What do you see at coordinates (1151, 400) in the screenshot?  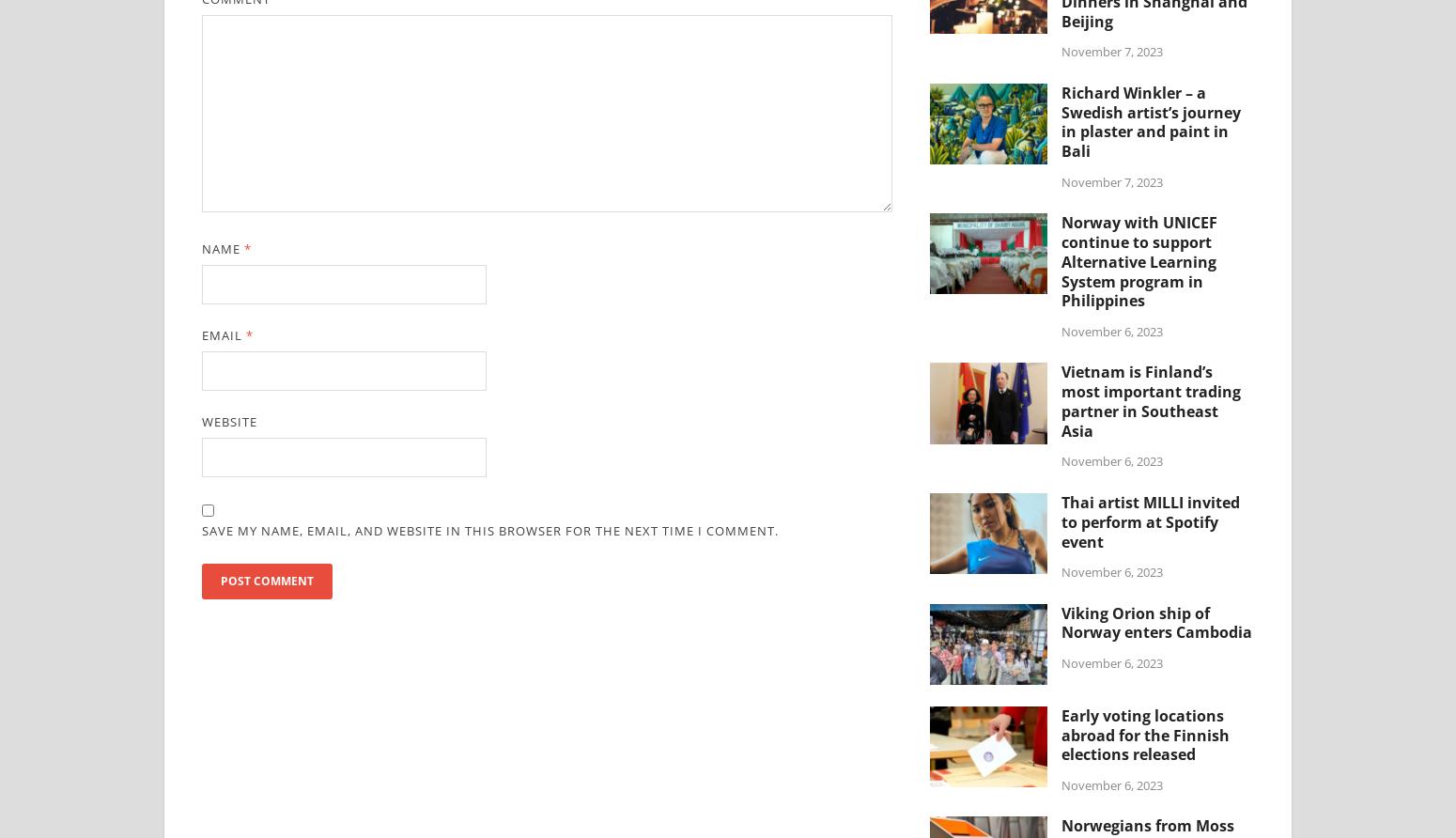 I see `'Vietnam is Finland’s most important trading partner in Southeast Asia'` at bounding box center [1151, 400].